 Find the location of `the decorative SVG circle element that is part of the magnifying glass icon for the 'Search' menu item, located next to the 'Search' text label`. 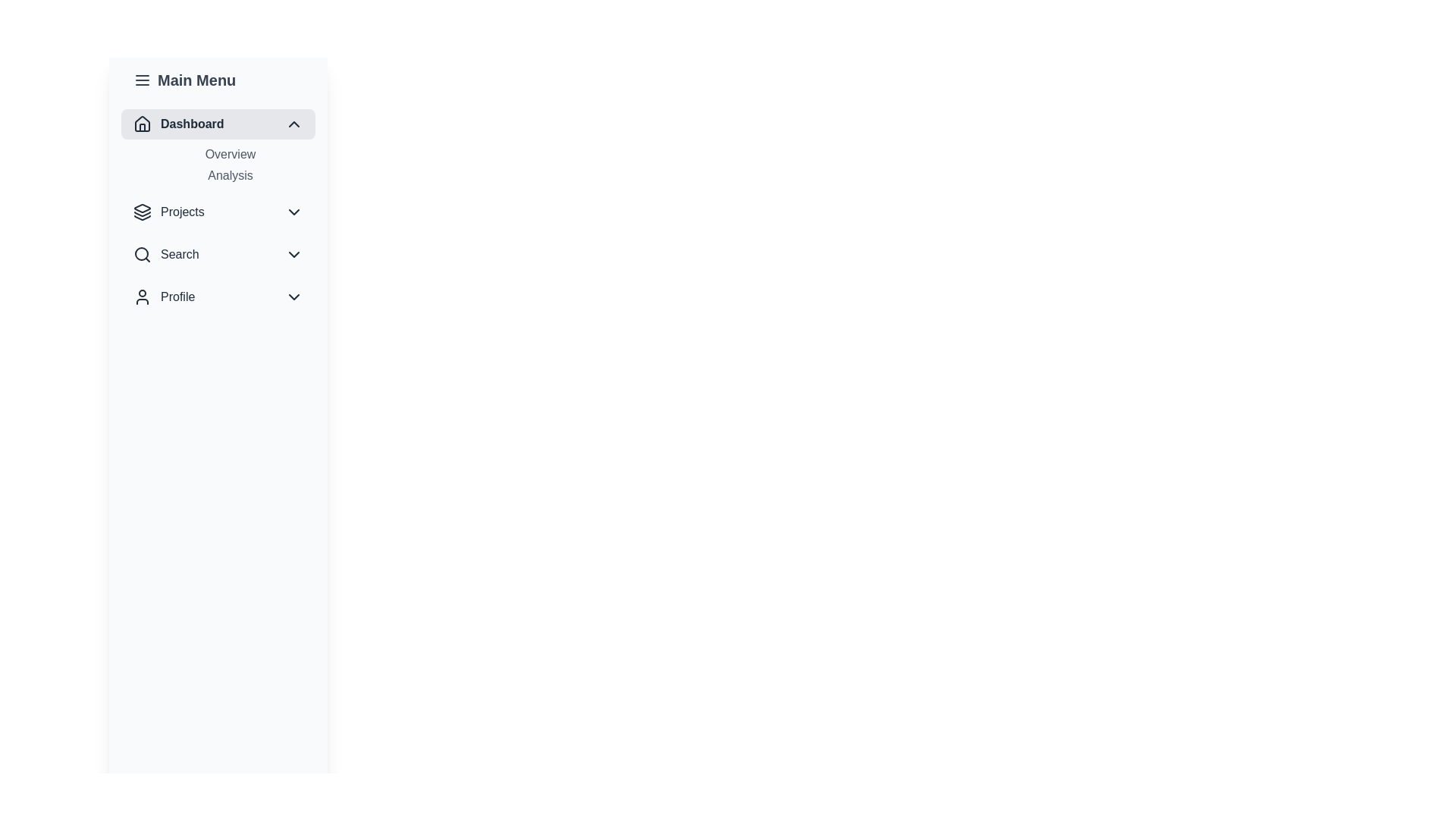

the decorative SVG circle element that is part of the magnifying glass icon for the 'Search' menu item, located next to the 'Search' text label is located at coordinates (142, 253).